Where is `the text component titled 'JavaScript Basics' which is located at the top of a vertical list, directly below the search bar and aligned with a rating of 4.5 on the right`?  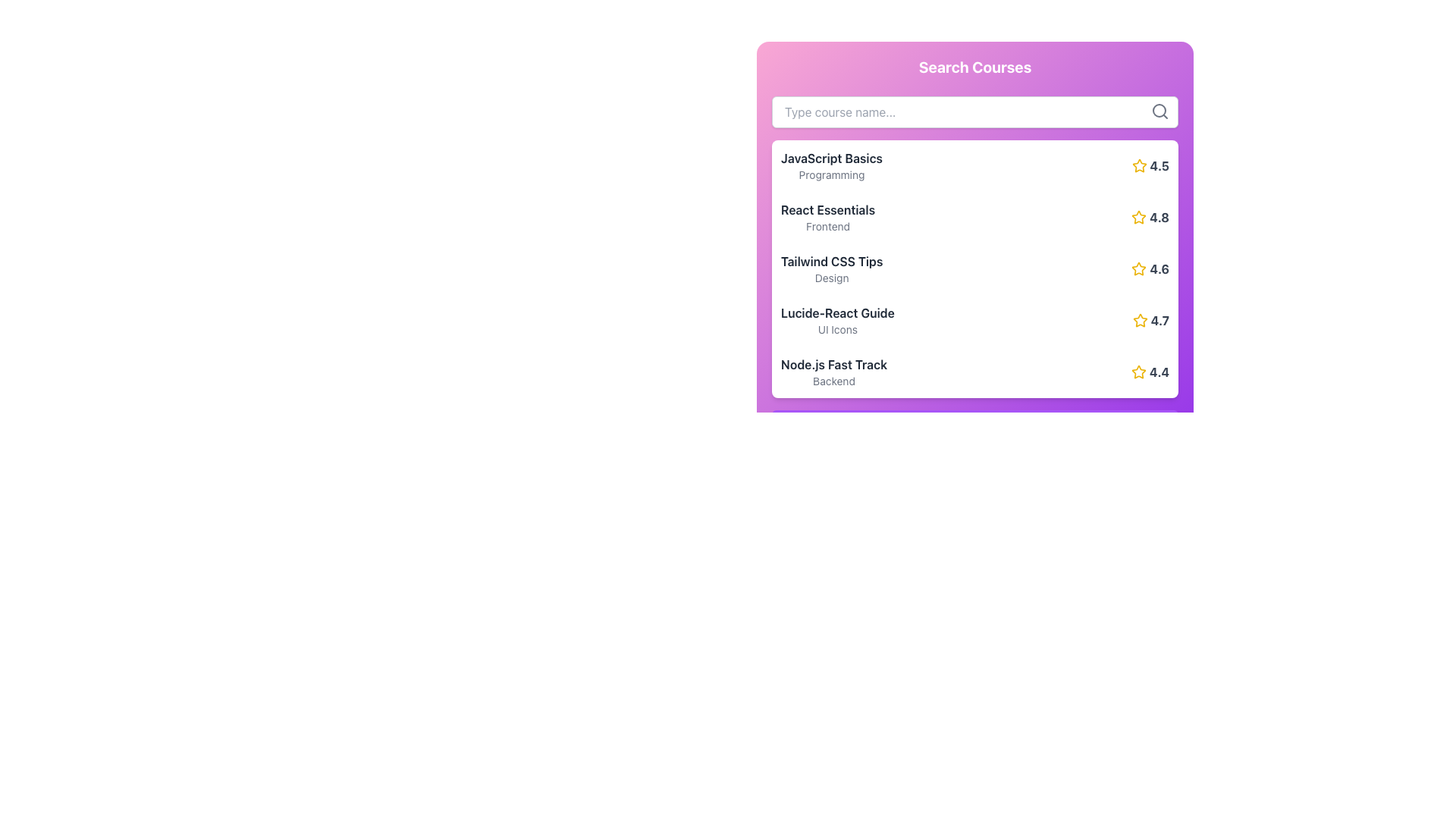 the text component titled 'JavaScript Basics' which is located at the top of a vertical list, directly below the search bar and aligned with a rating of 4.5 on the right is located at coordinates (831, 166).